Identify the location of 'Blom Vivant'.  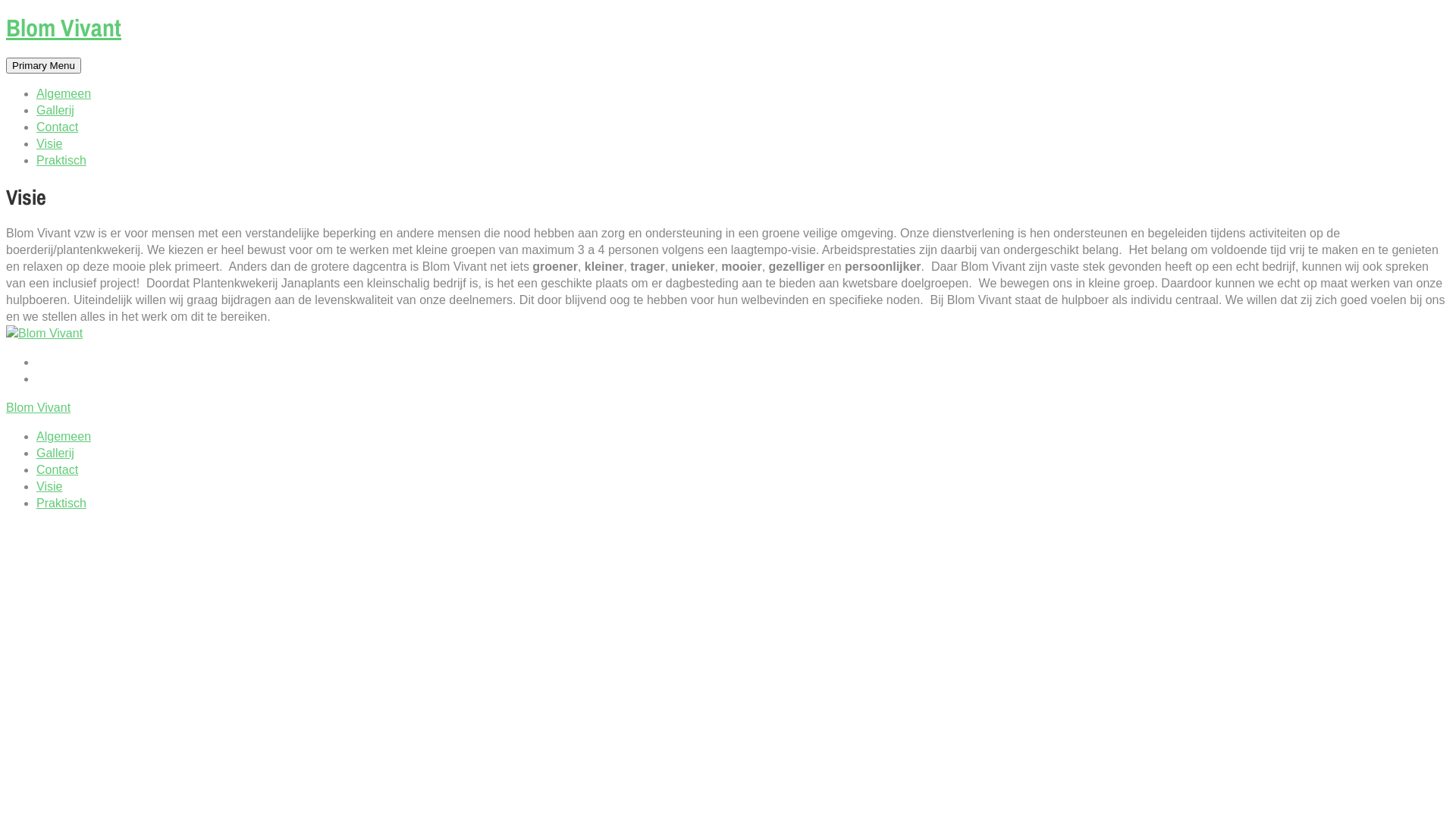
(38, 406).